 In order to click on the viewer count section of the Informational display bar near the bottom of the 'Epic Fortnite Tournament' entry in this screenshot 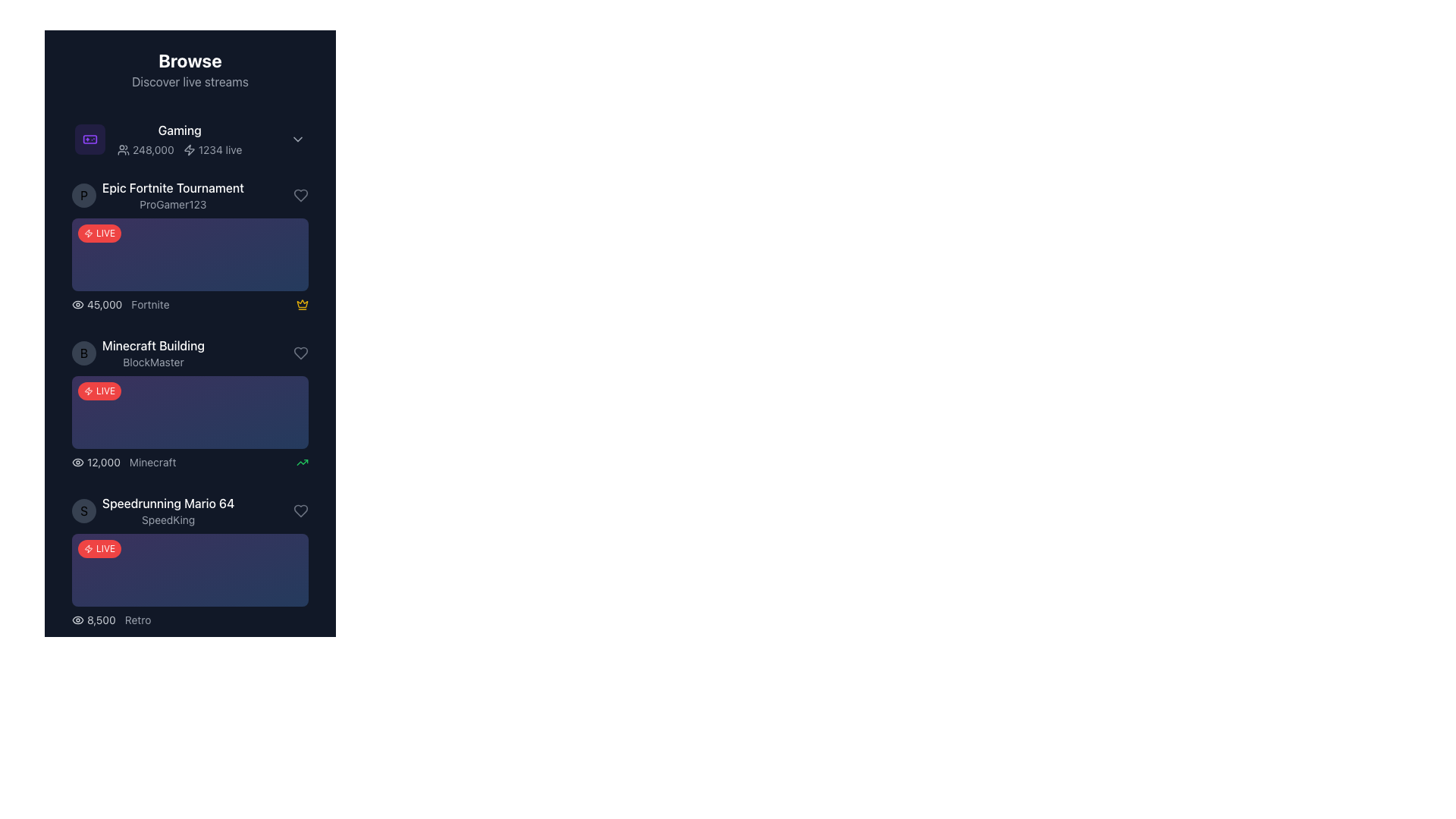, I will do `click(189, 304)`.